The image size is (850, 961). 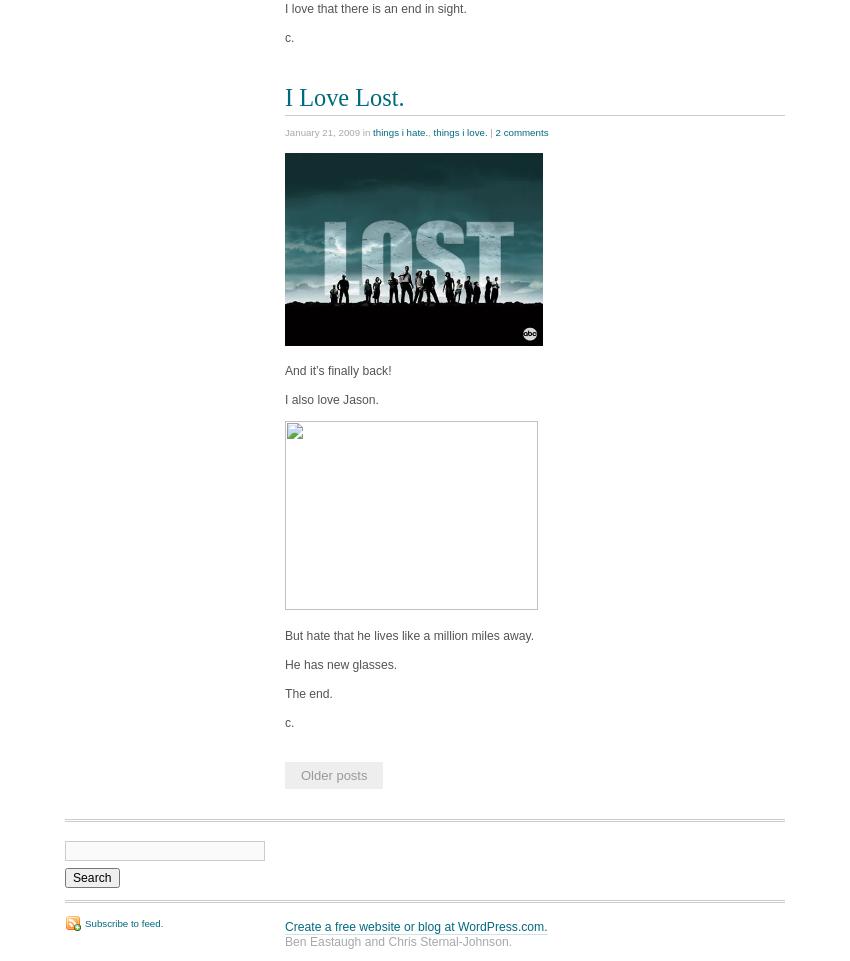 What do you see at coordinates (284, 97) in the screenshot?
I see `'I Love Lost.'` at bounding box center [284, 97].